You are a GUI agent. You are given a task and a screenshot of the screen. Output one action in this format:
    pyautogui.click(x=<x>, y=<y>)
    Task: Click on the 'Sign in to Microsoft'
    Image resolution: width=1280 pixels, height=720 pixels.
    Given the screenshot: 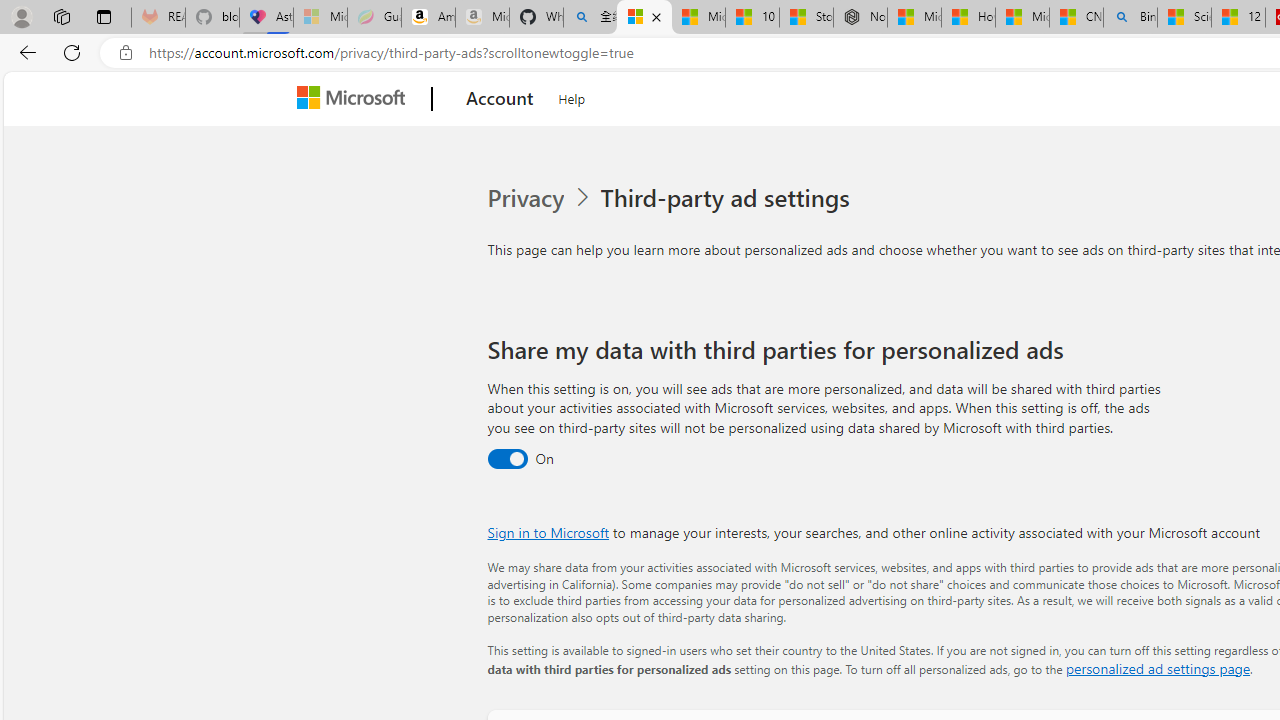 What is the action you would take?
    pyautogui.click(x=548, y=531)
    